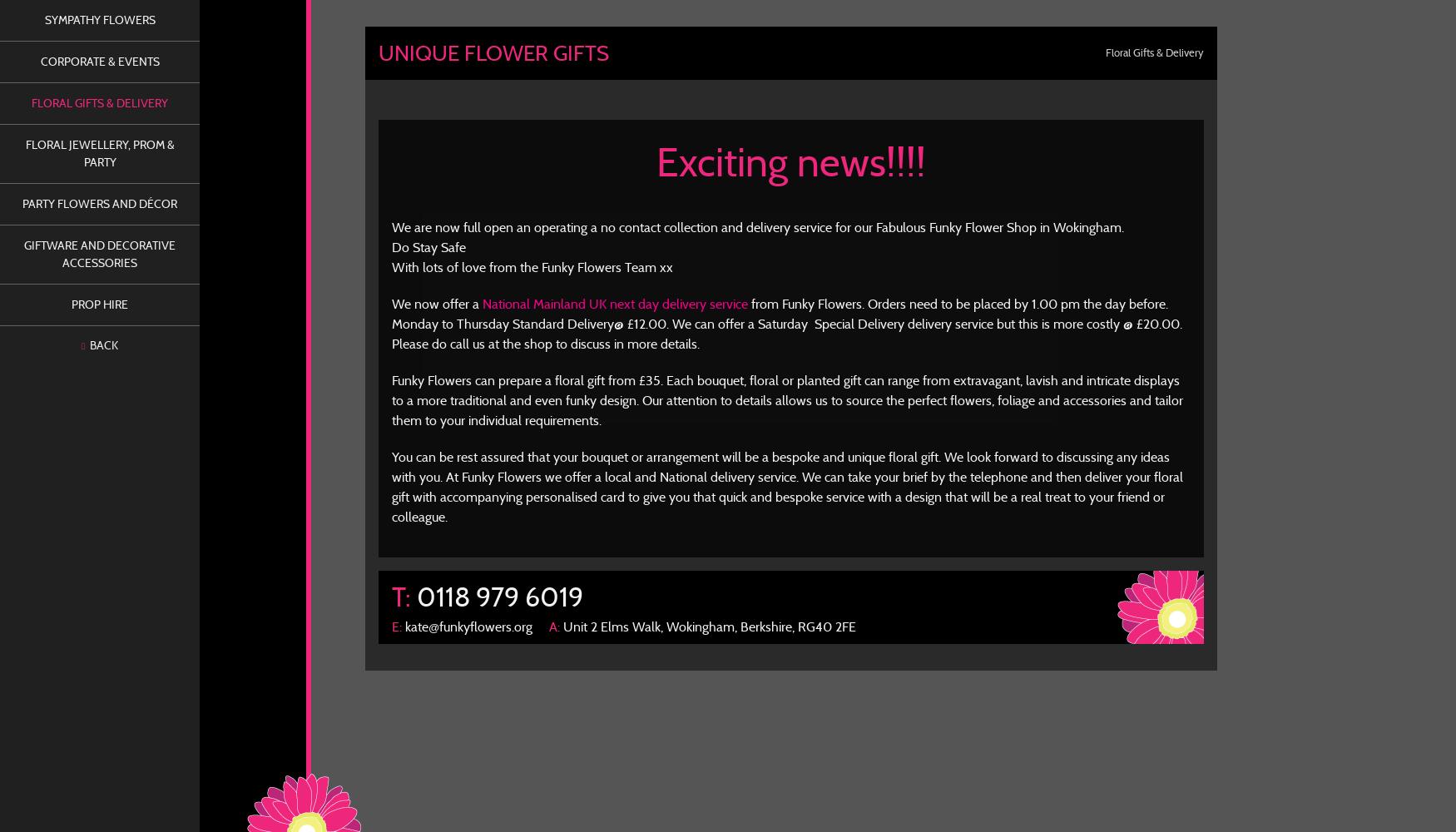  I want to click on 'Flower Webshop – Now Open', so click(99, 28).